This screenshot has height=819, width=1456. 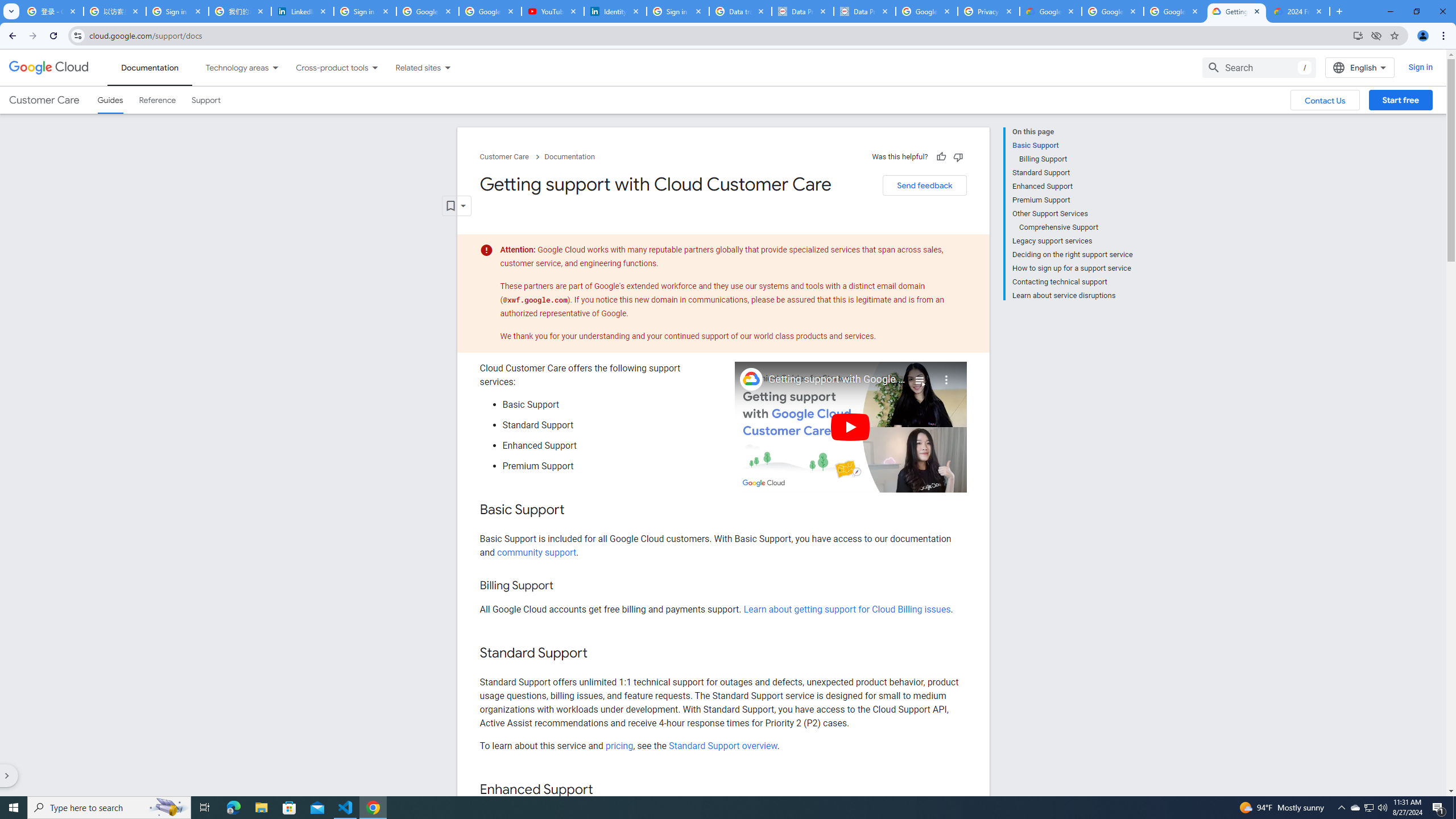 What do you see at coordinates (1111, 11) in the screenshot?
I see `'Google Workspace - Specific Terms'` at bounding box center [1111, 11].